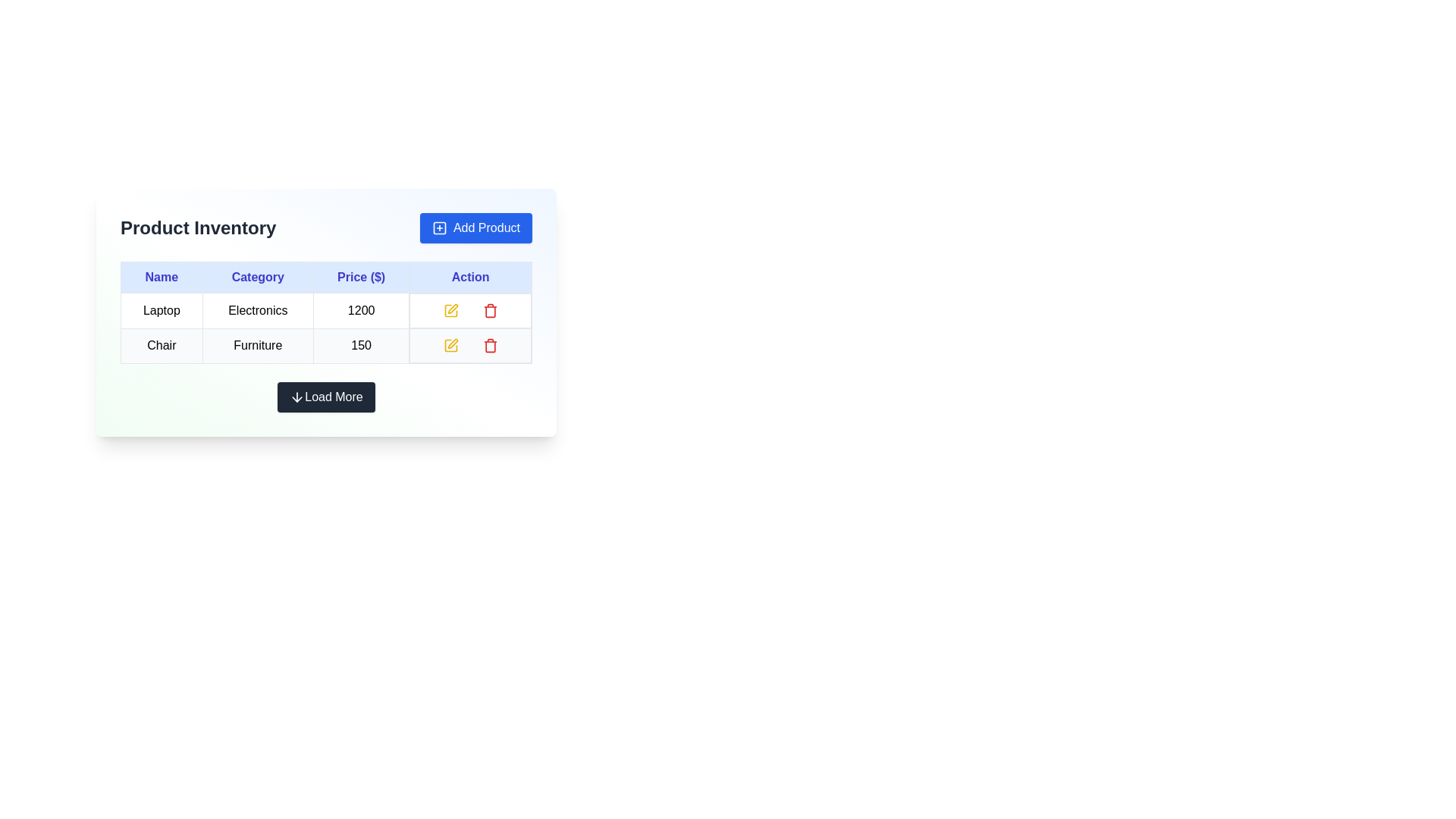 The image size is (1456, 819). Describe the element at coordinates (490, 311) in the screenshot. I see `the delete button associated with the second row of the action column in the product inventory table, which is part of a red-colored trash bin icon` at that location.